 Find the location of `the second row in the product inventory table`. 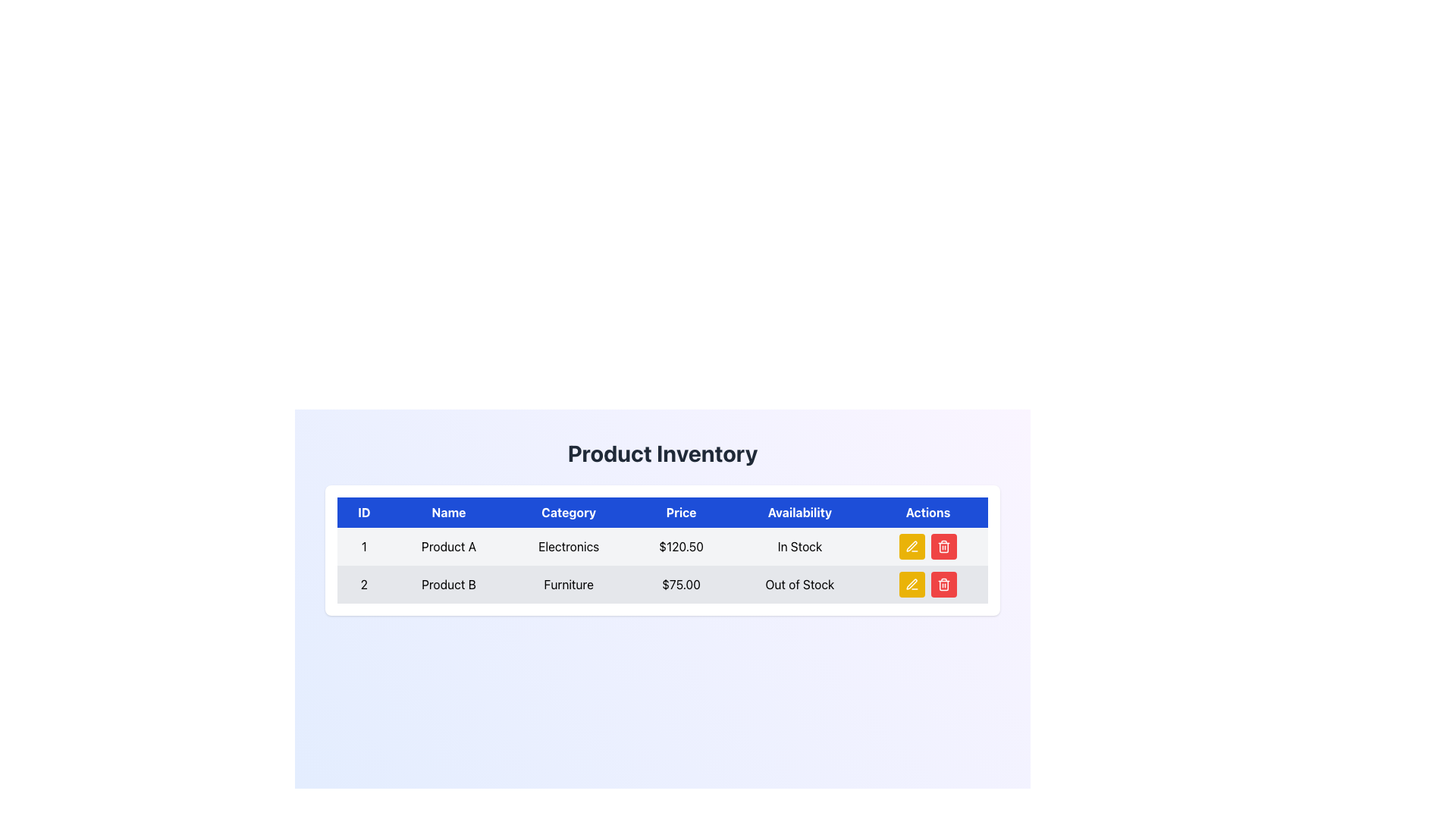

the second row in the product inventory table is located at coordinates (662, 584).